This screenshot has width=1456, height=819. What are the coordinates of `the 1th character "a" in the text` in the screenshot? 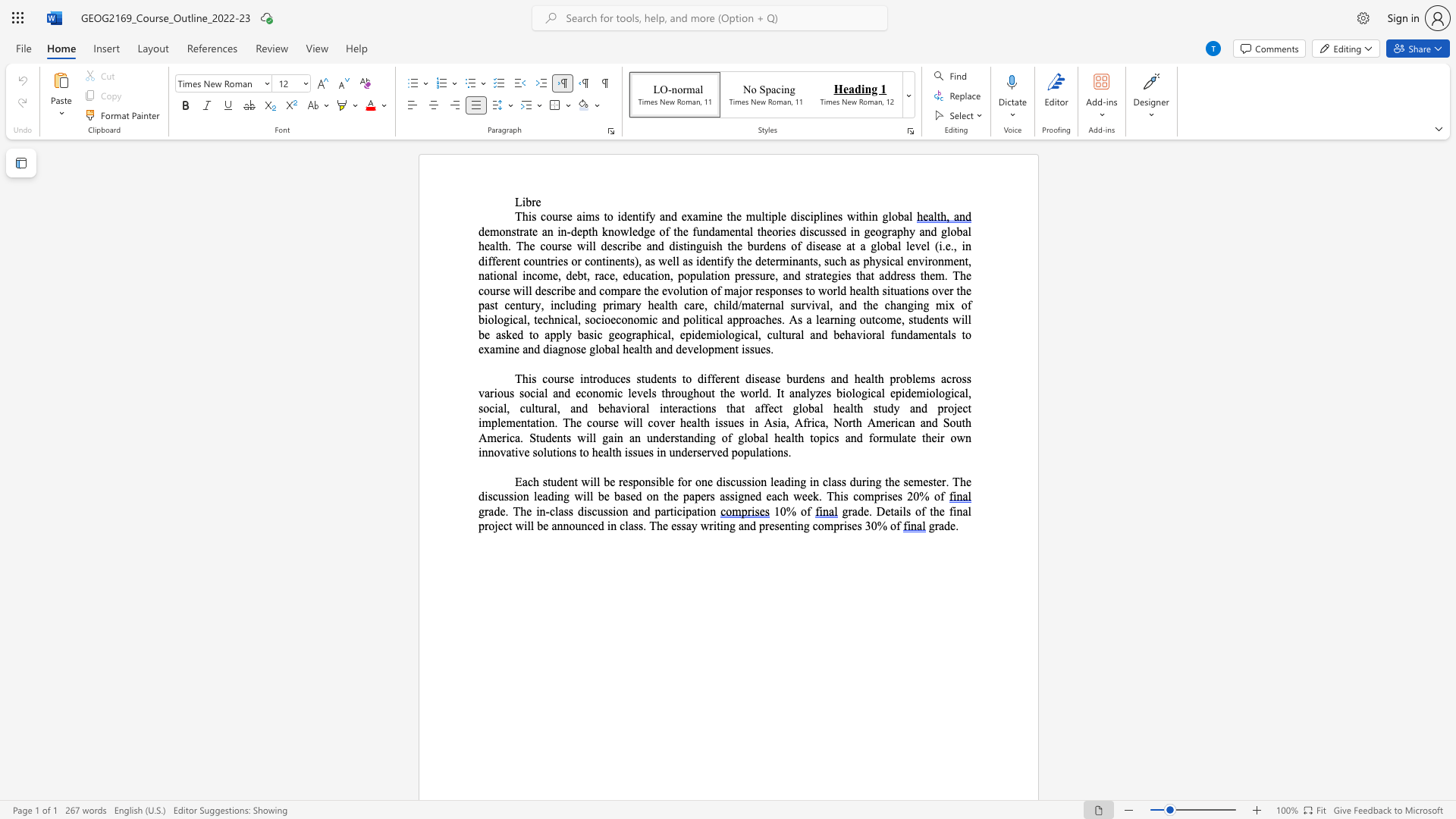 It's located at (808, 318).